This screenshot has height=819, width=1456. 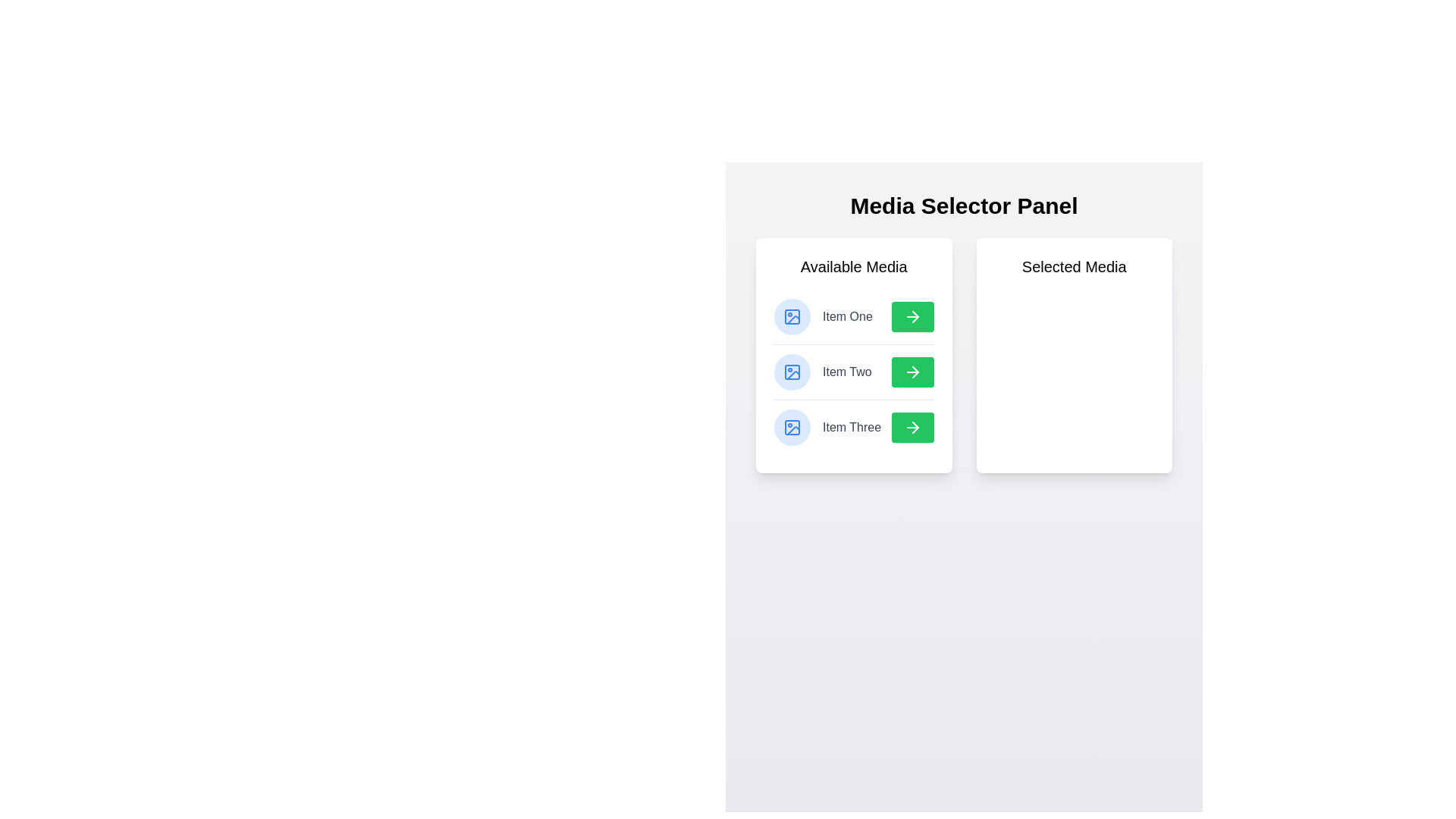 I want to click on the title text element in the 'Available Media' section, which serves as a label for the list of media items below it, so click(x=854, y=265).